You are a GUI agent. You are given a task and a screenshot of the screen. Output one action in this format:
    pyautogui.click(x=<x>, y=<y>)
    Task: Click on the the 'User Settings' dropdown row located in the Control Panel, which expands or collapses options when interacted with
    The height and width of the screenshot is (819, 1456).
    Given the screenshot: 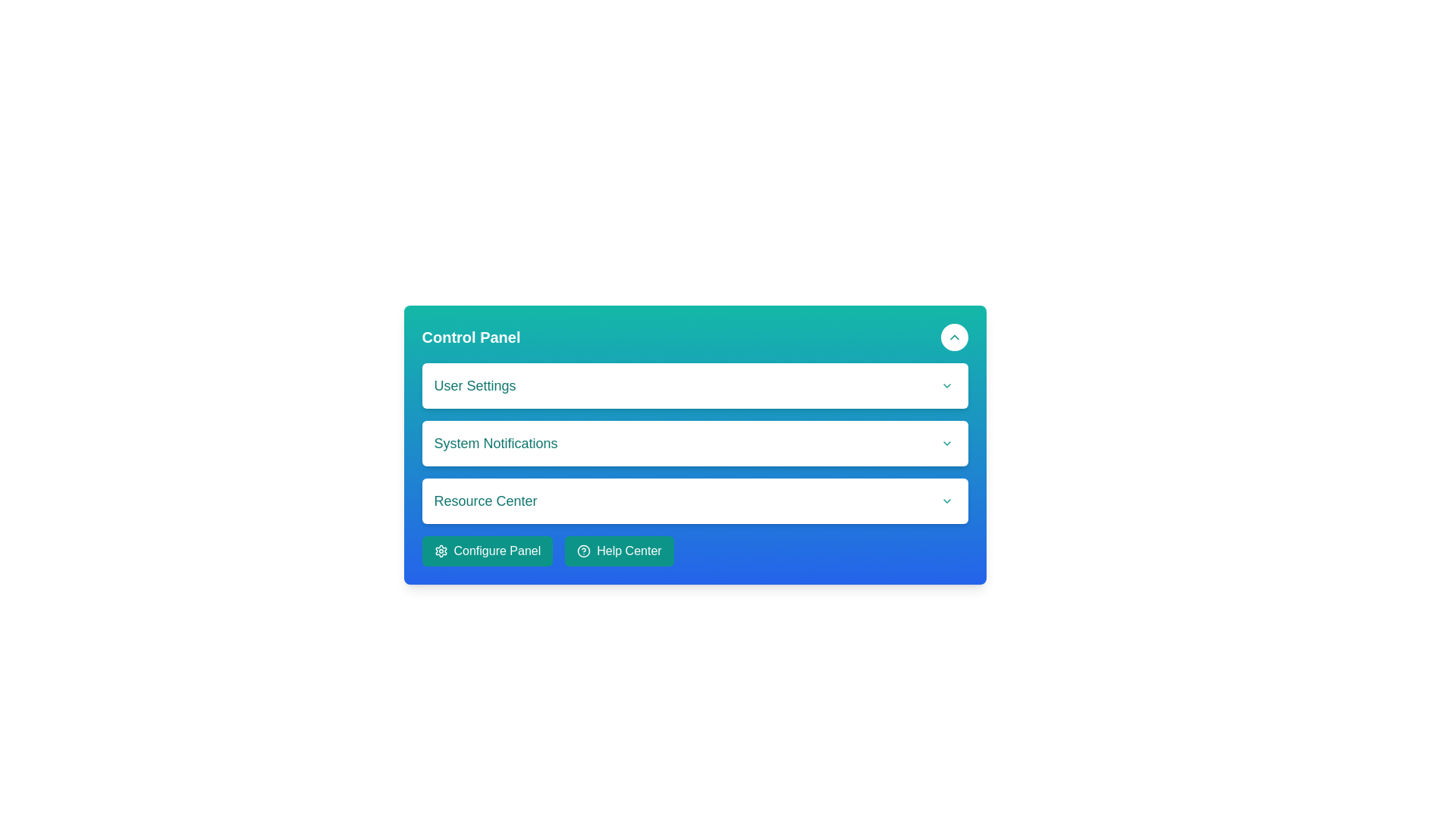 What is the action you would take?
    pyautogui.click(x=694, y=385)
    